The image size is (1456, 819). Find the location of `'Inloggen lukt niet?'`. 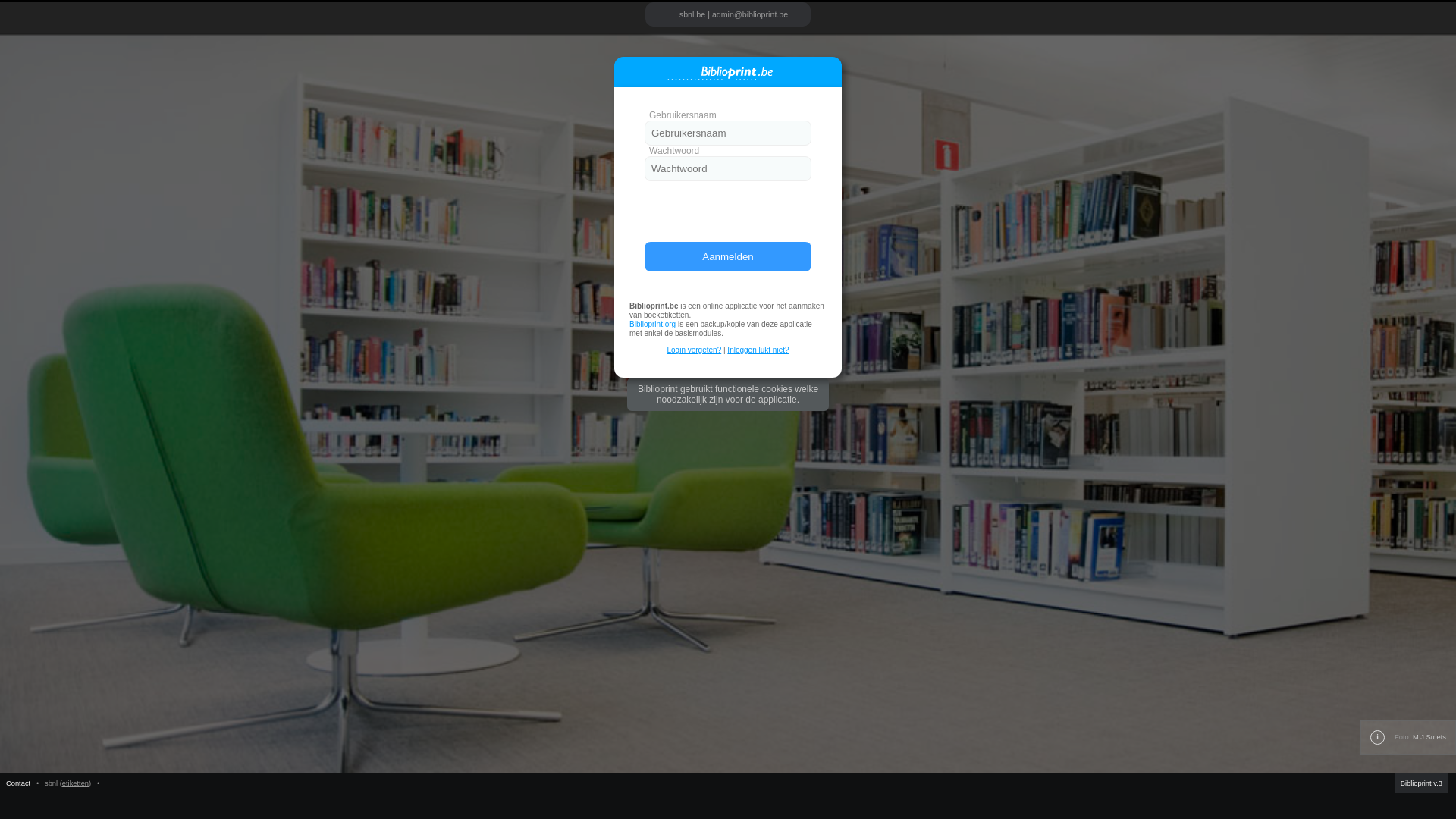

'Inloggen lukt niet?' is located at coordinates (758, 350).